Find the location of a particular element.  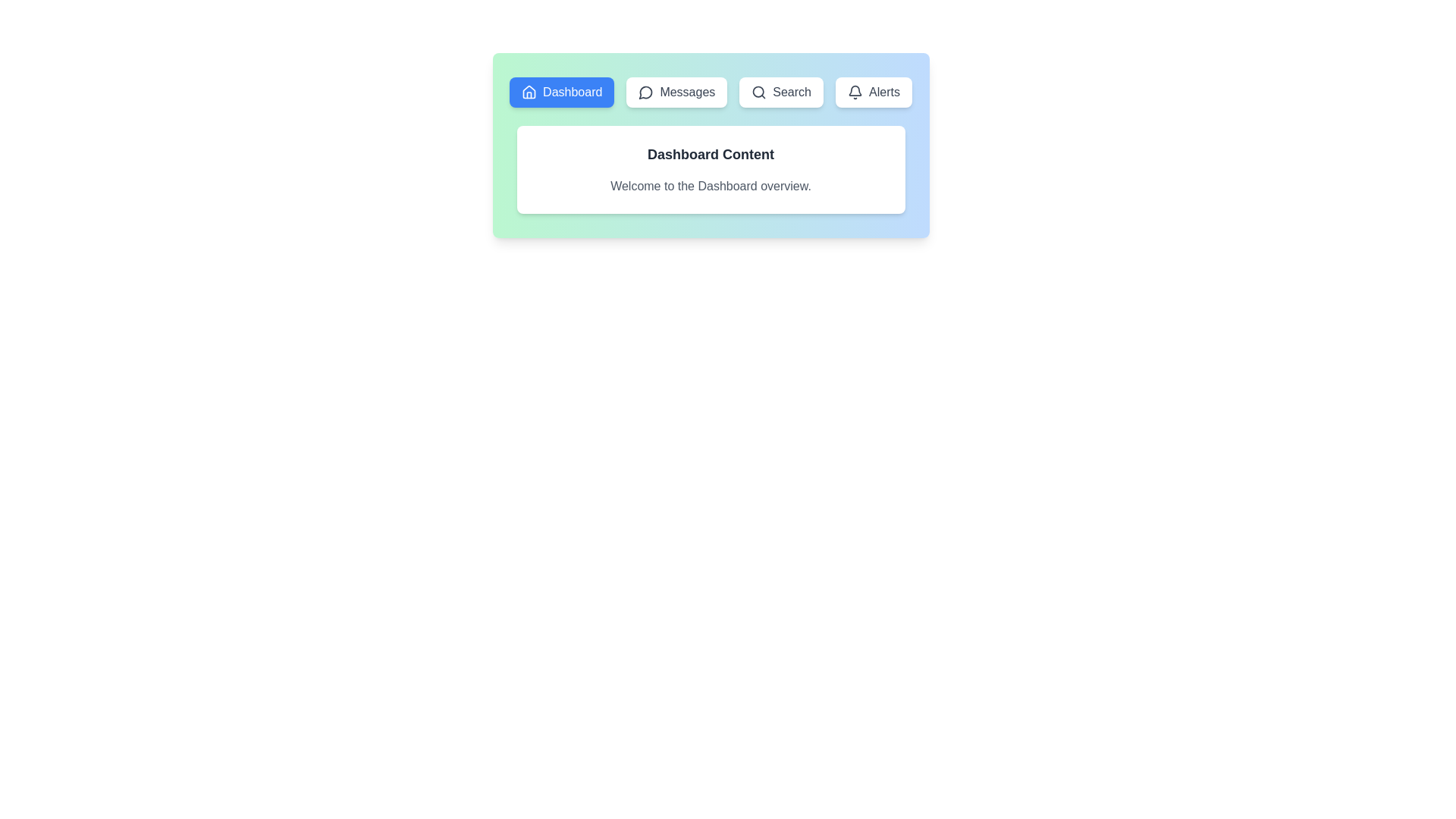

the tab labeled Messages to view its content is located at coordinates (676, 93).